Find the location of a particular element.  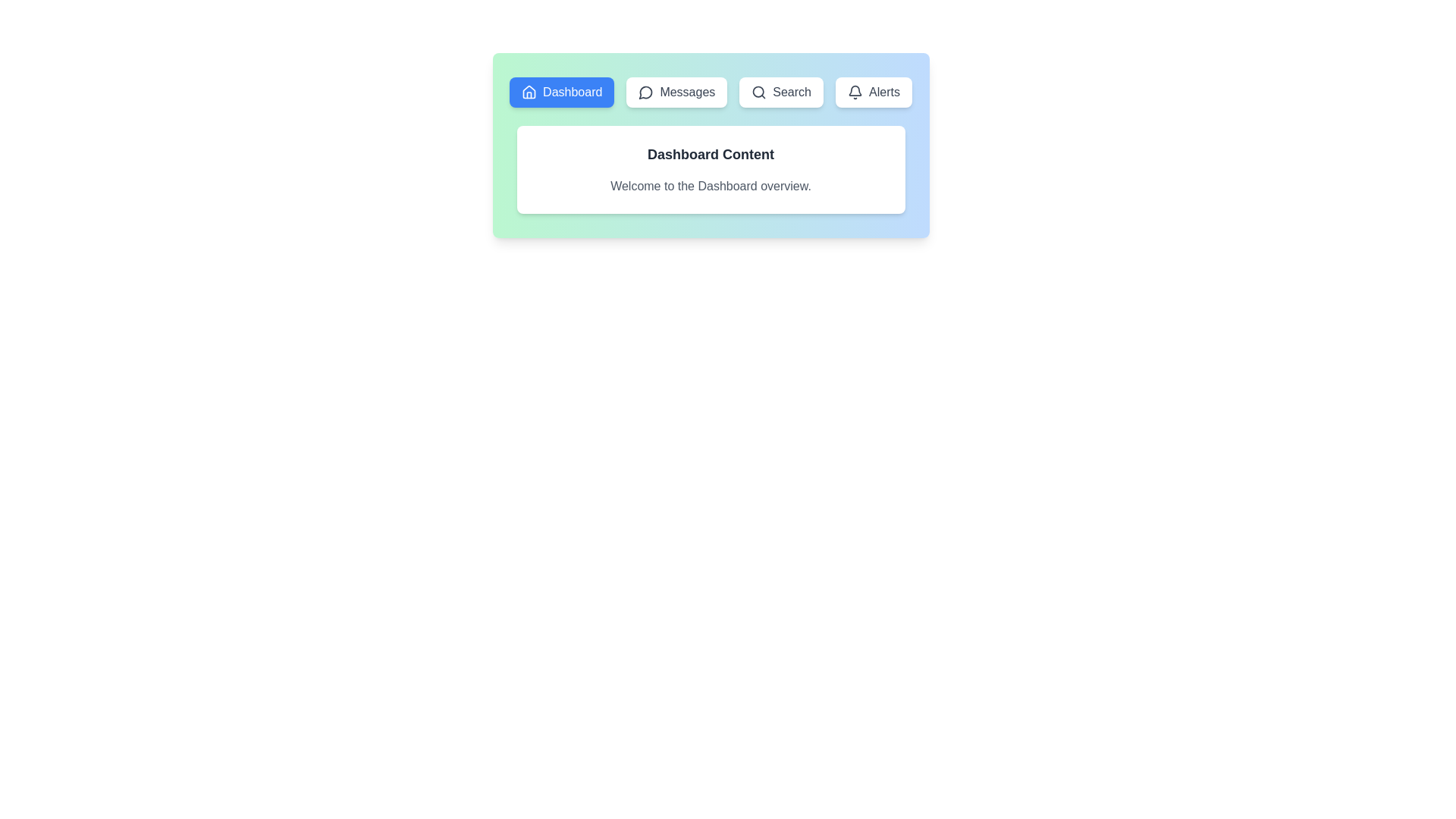

the tab labeled Messages to view its content is located at coordinates (676, 93).